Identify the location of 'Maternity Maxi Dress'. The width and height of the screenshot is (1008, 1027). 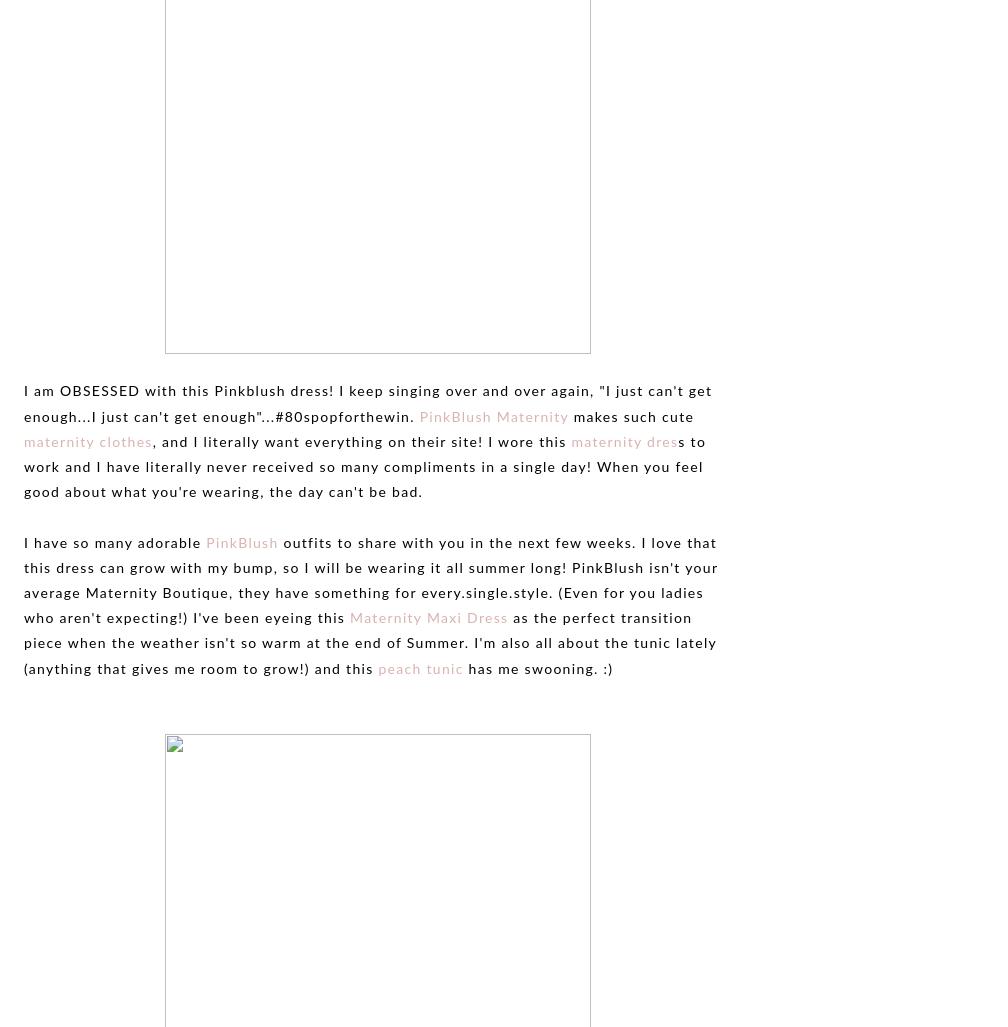
(429, 618).